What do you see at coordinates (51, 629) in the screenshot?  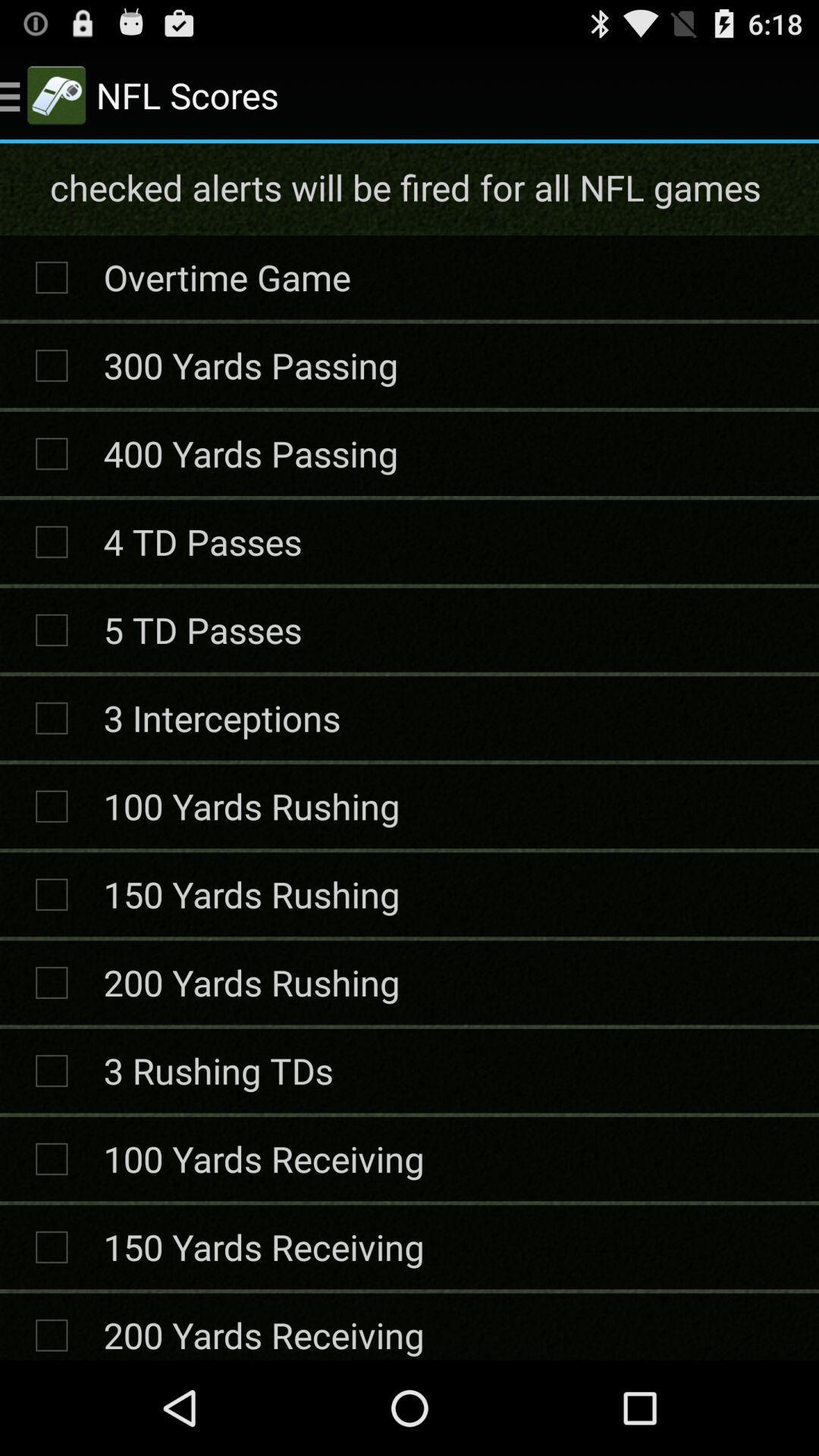 I see `the icon on the right side of 5 td passes` at bounding box center [51, 629].